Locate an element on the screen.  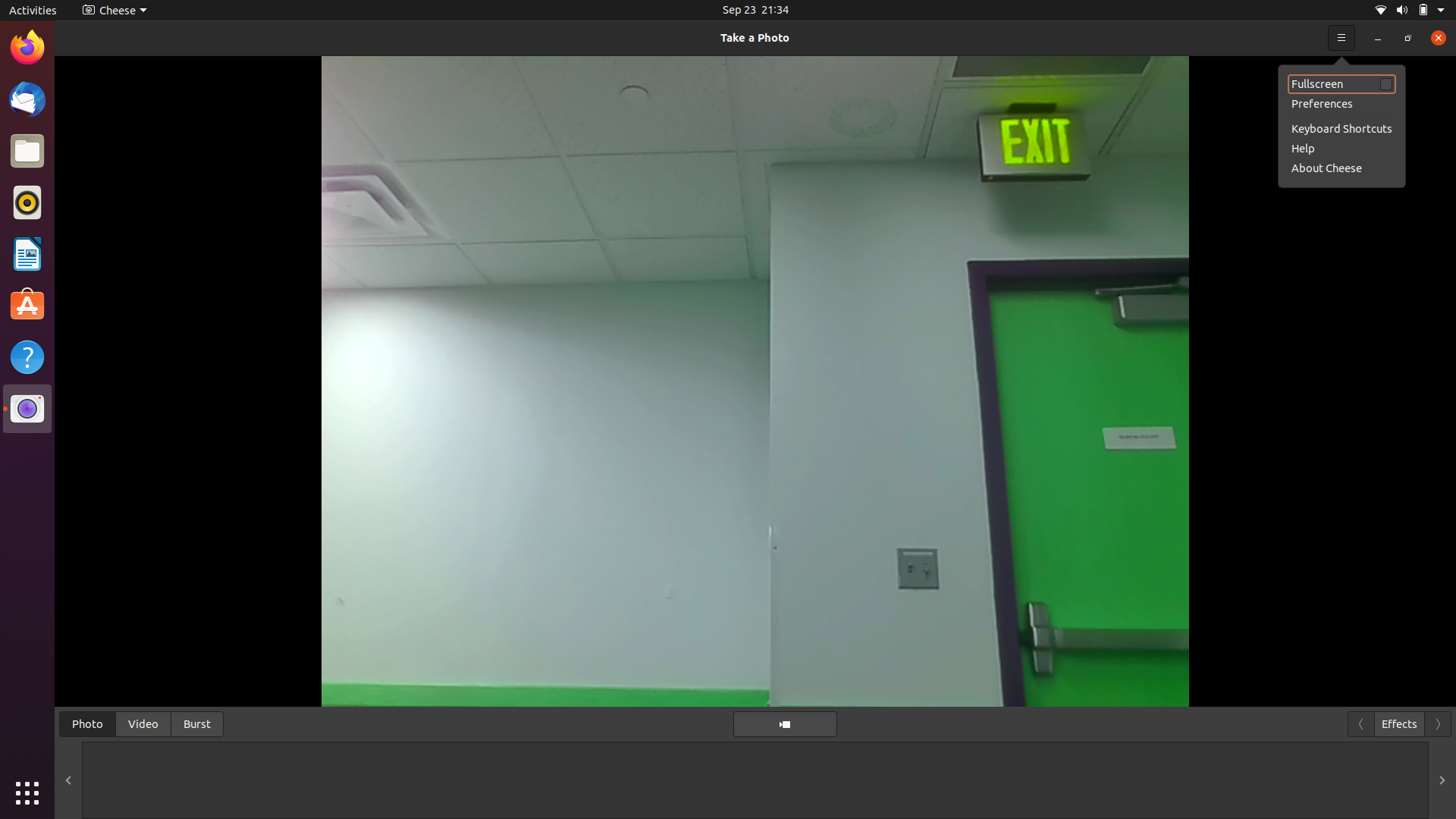
the help option is located at coordinates (1339, 148).